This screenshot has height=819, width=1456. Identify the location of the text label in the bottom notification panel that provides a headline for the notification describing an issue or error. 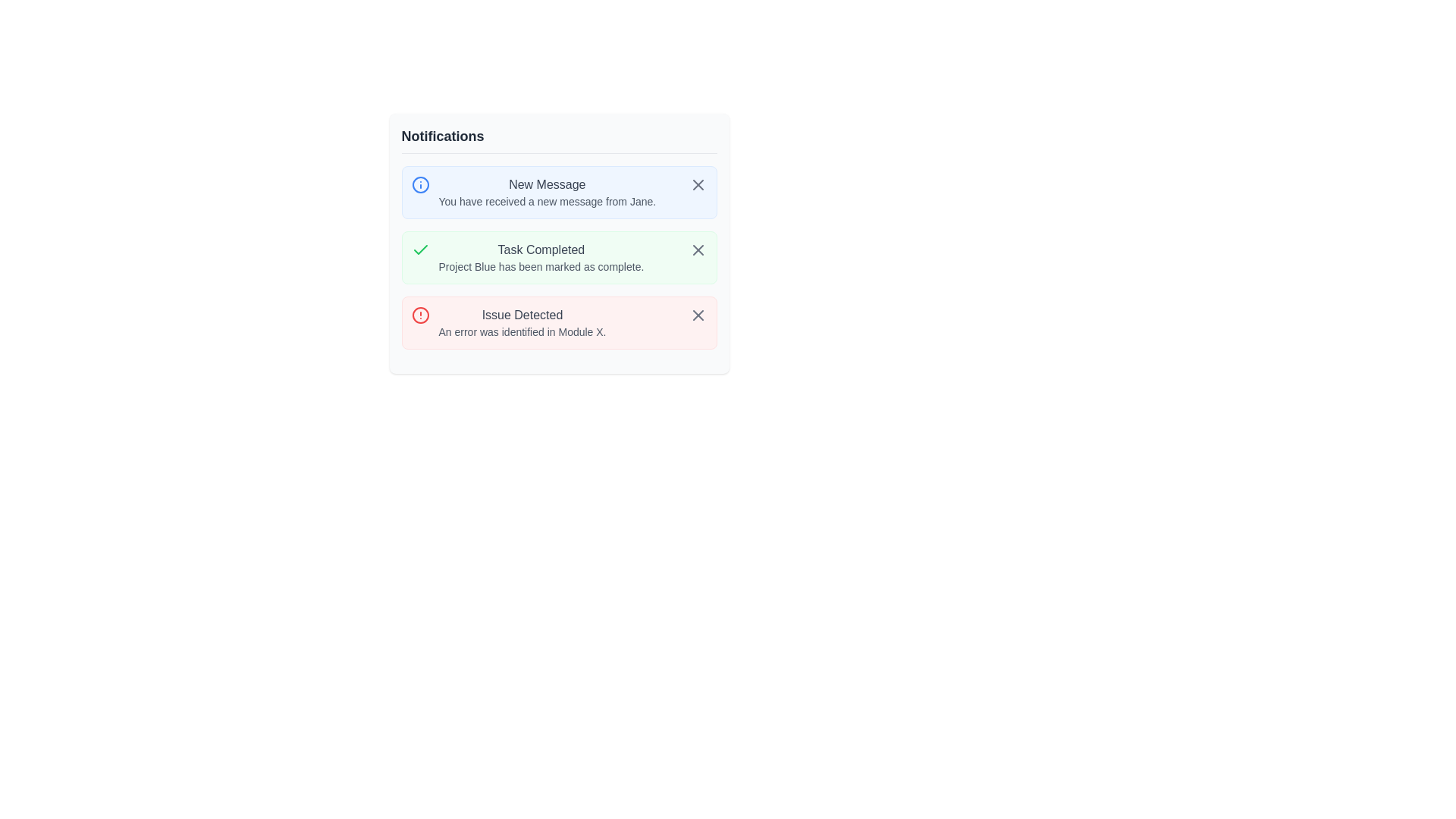
(522, 315).